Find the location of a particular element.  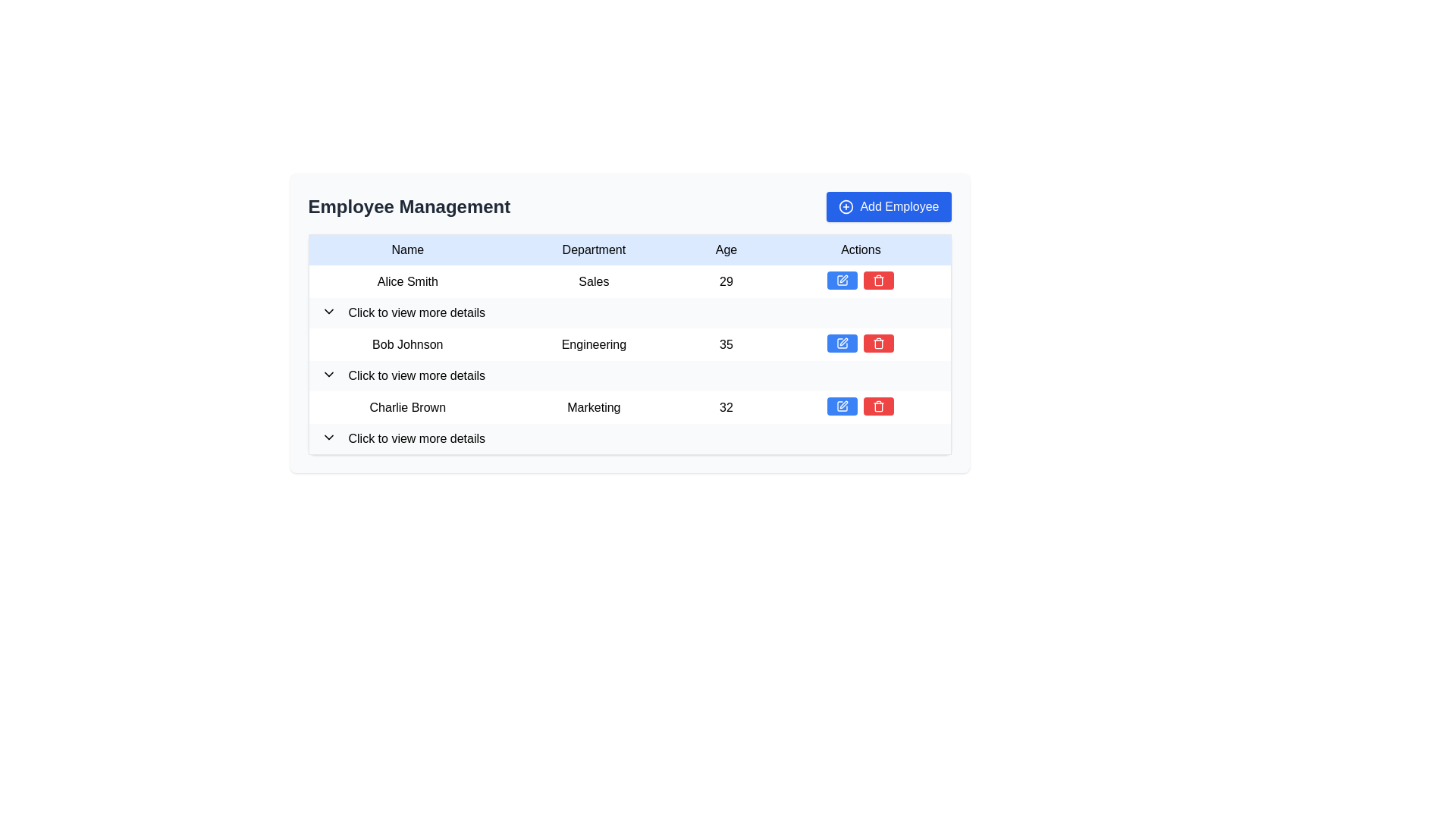

the static text label indicating the names of individuals in the first column of the table, which serves as a header for the table is located at coordinates (407, 249).